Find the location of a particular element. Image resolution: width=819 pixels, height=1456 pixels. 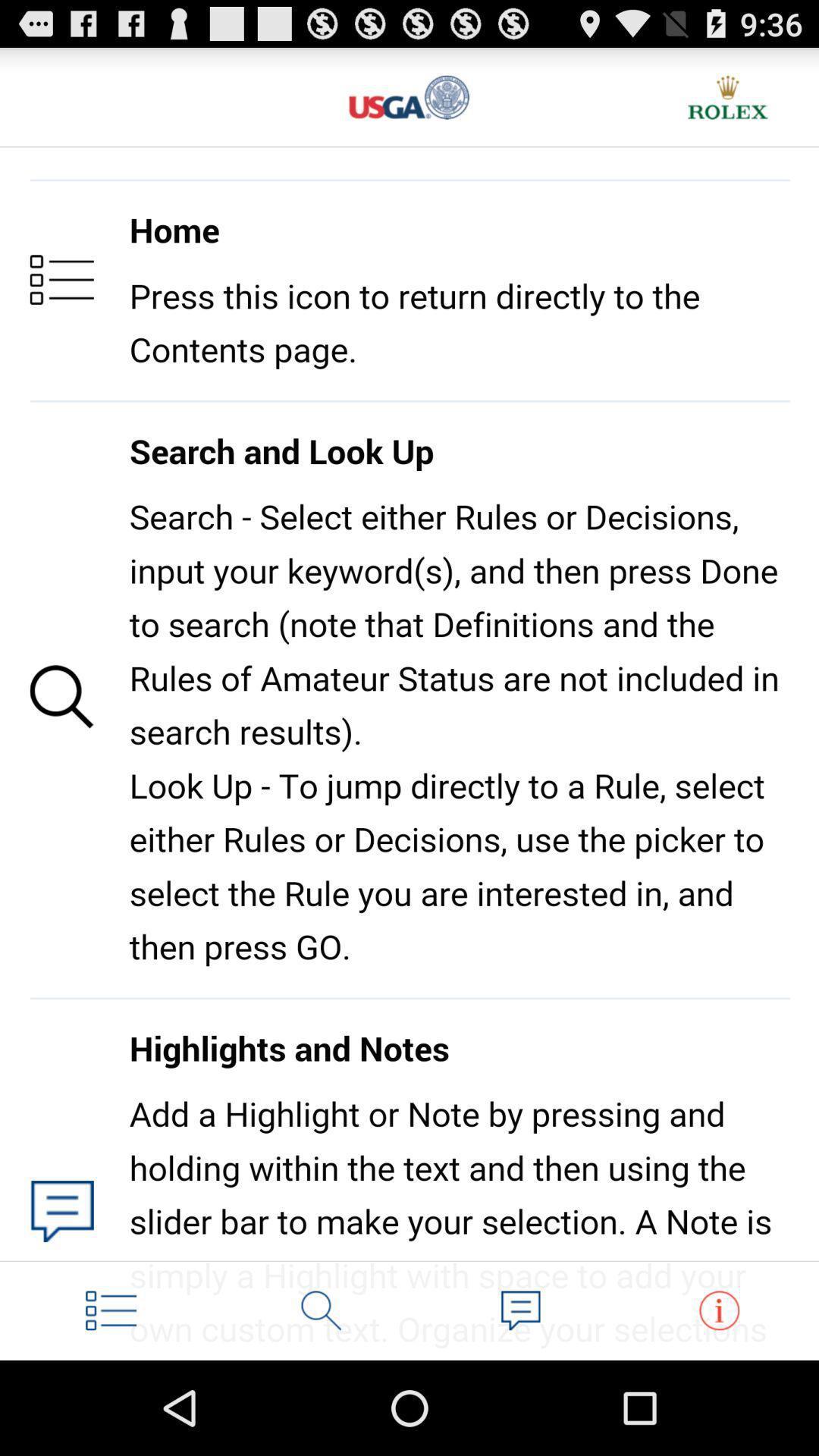

the search icon is located at coordinates (321, 1401).